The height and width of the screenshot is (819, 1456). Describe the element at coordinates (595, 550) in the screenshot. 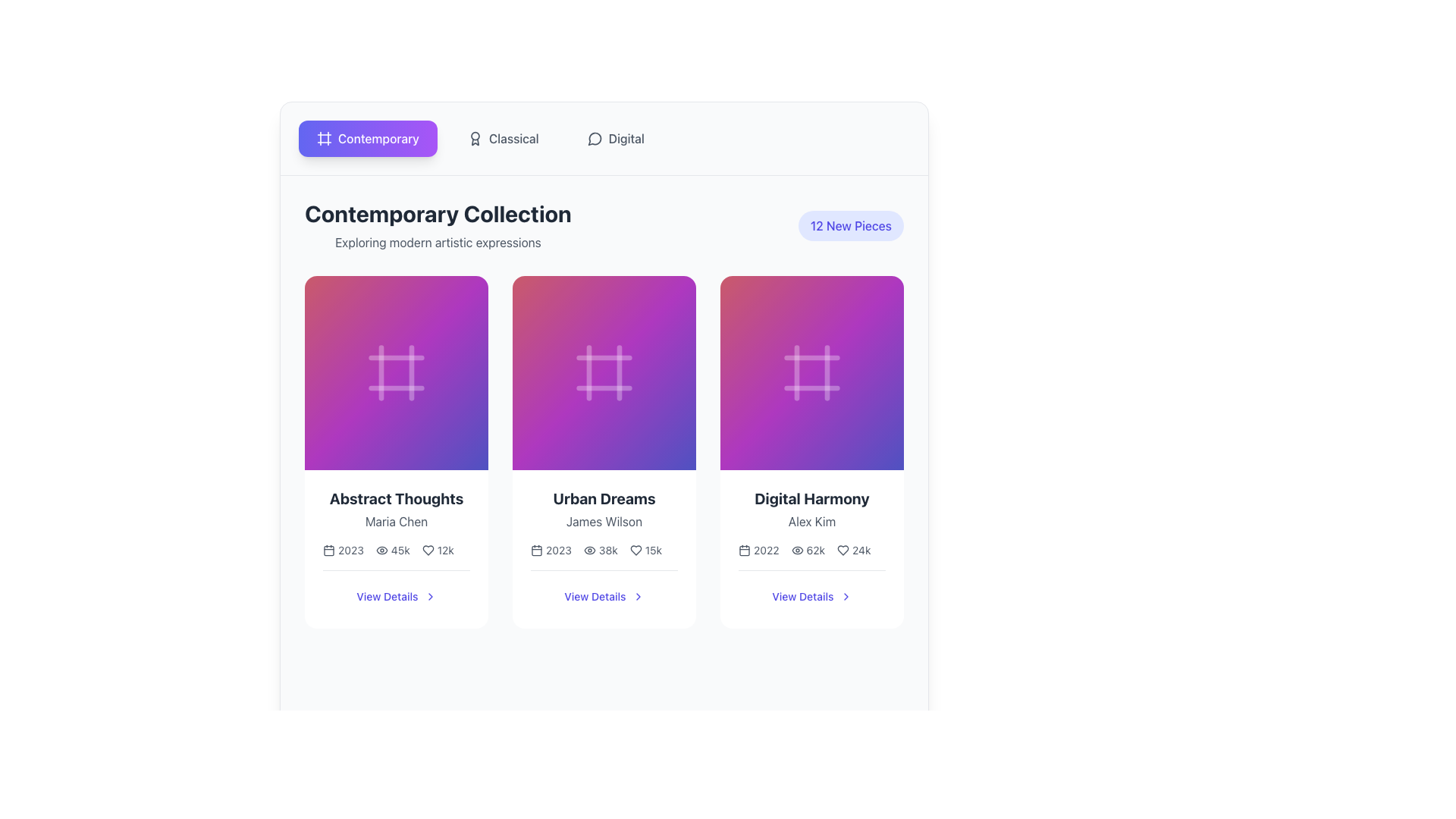

I see `displayed information from the metadata element consisting of '2023' with a calendar icon, '38k' with an eye icon, and '15k' with a heart icon, which is positioned below the title 'Urban Dreams'` at that location.